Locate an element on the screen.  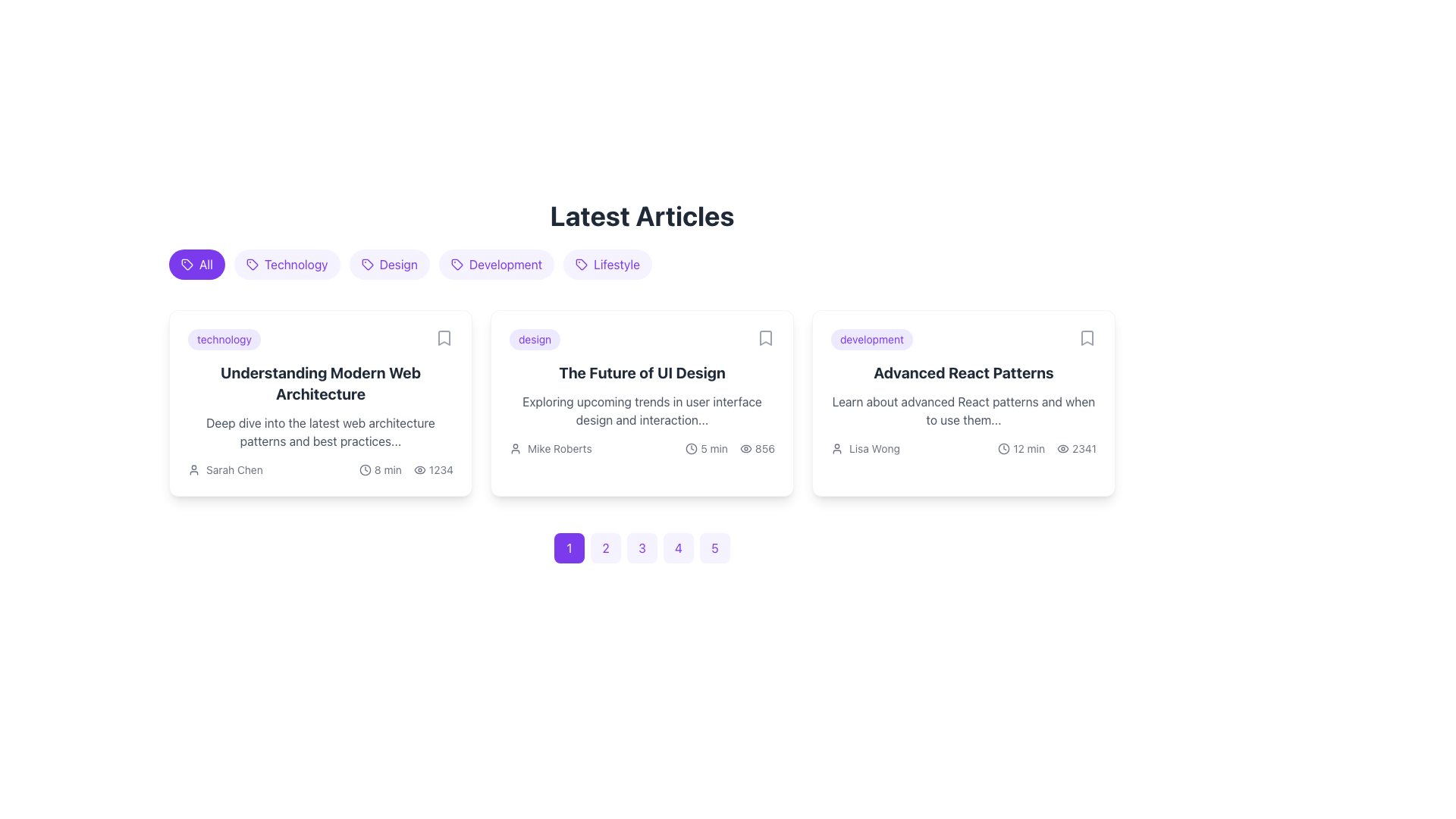
the 'Lifestyle' category tag, which is the fifth tag from the left under the 'Latest Articles' heading, to filter articles is located at coordinates (607, 263).